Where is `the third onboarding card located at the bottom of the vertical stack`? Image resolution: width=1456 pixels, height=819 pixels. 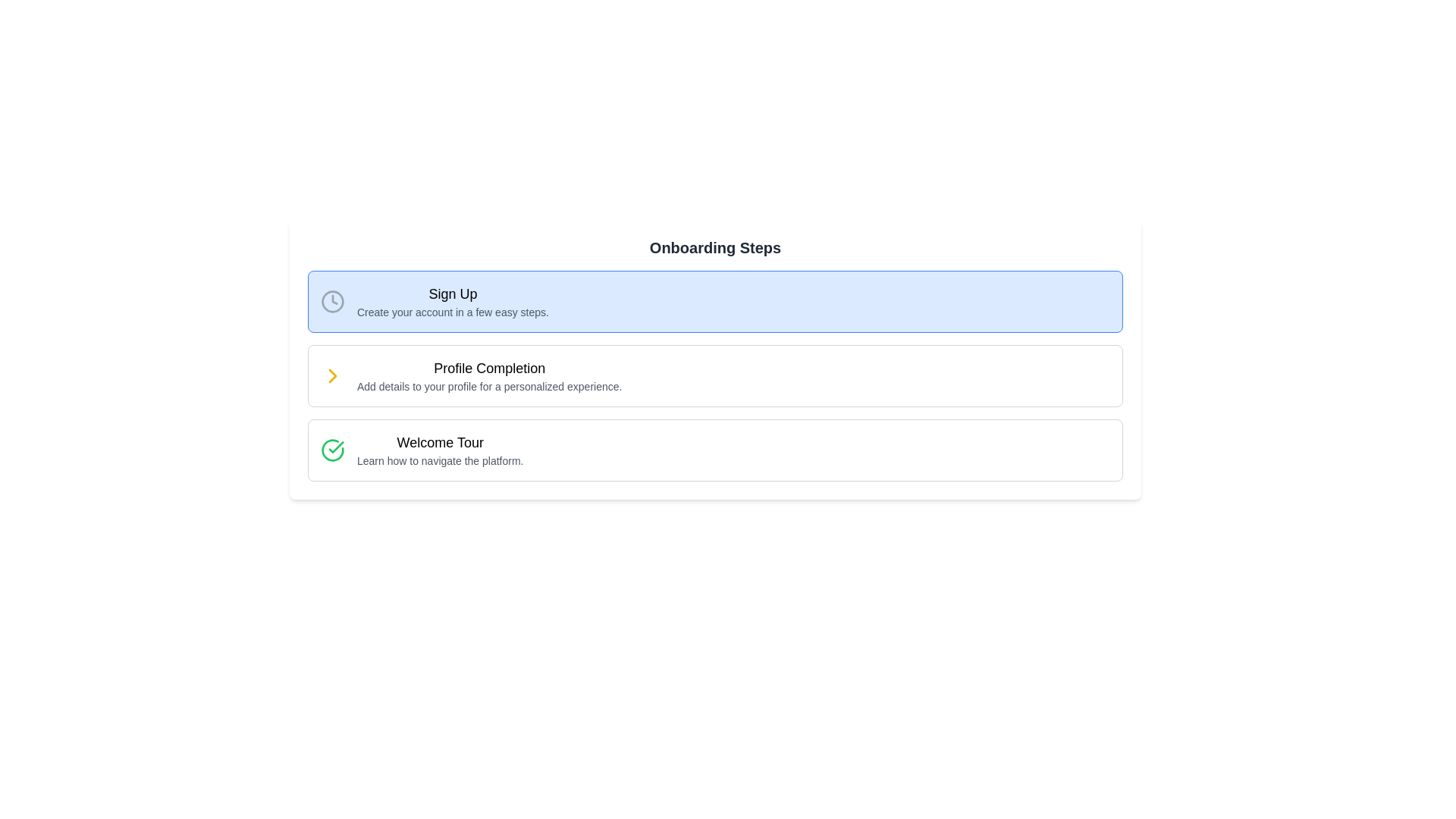
the third onboarding card located at the bottom of the vertical stack is located at coordinates (714, 450).